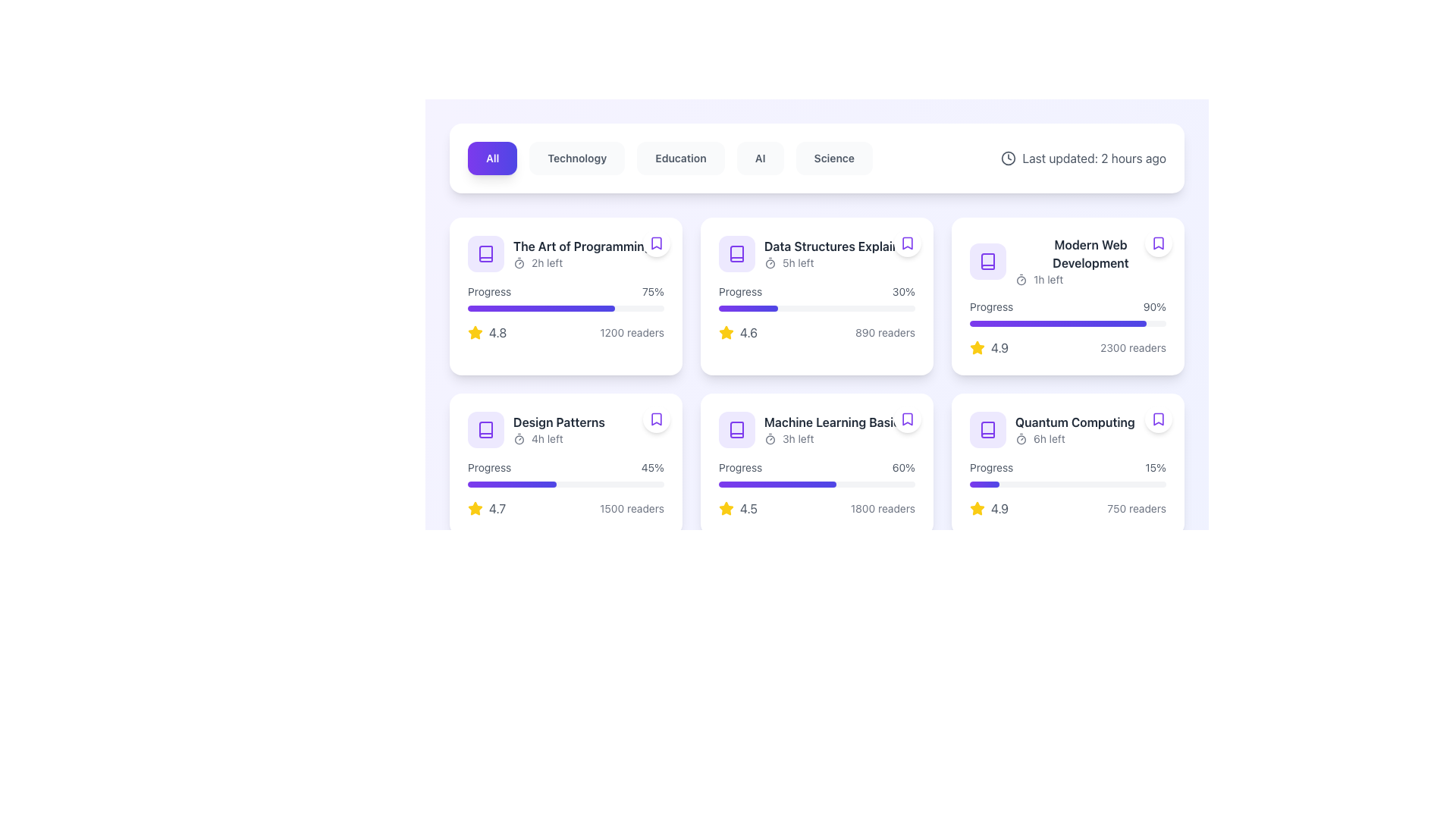 This screenshot has width=1456, height=819. I want to click on the Rating display for 'Data Structures Explained', which consists of a yellow star icon followed by the text '4.6', so click(738, 332).